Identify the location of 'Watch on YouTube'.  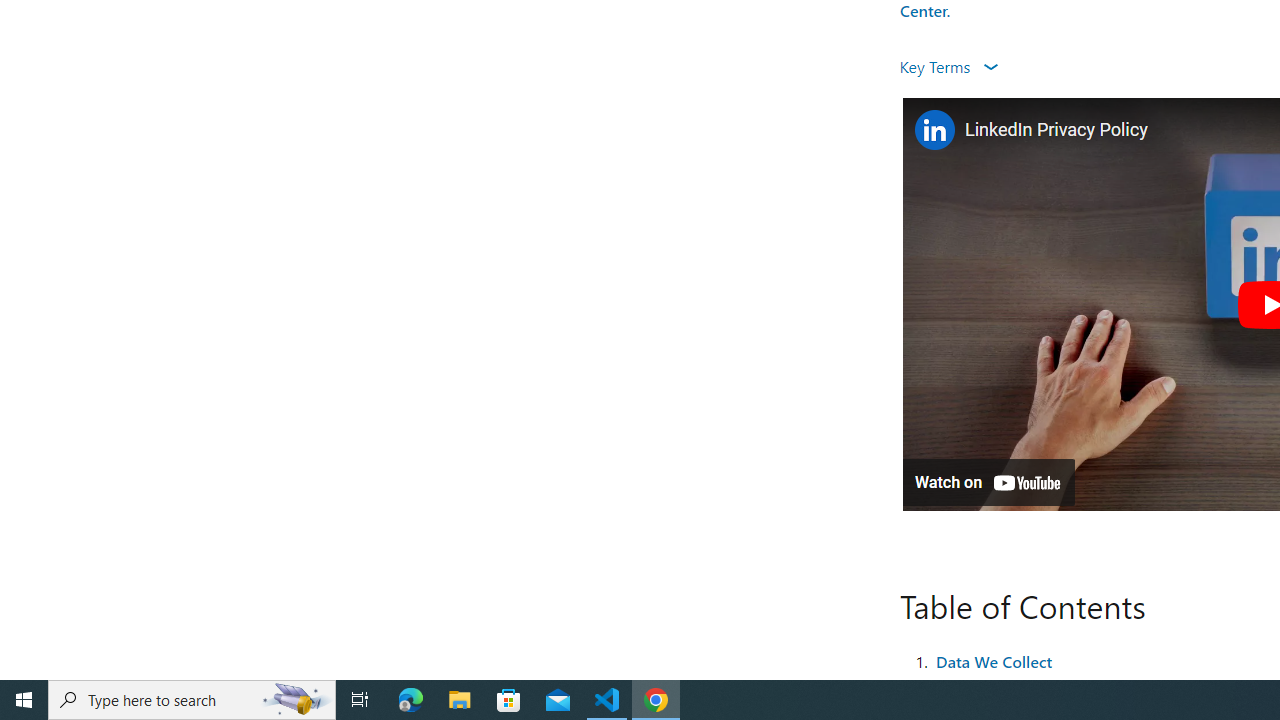
(988, 482).